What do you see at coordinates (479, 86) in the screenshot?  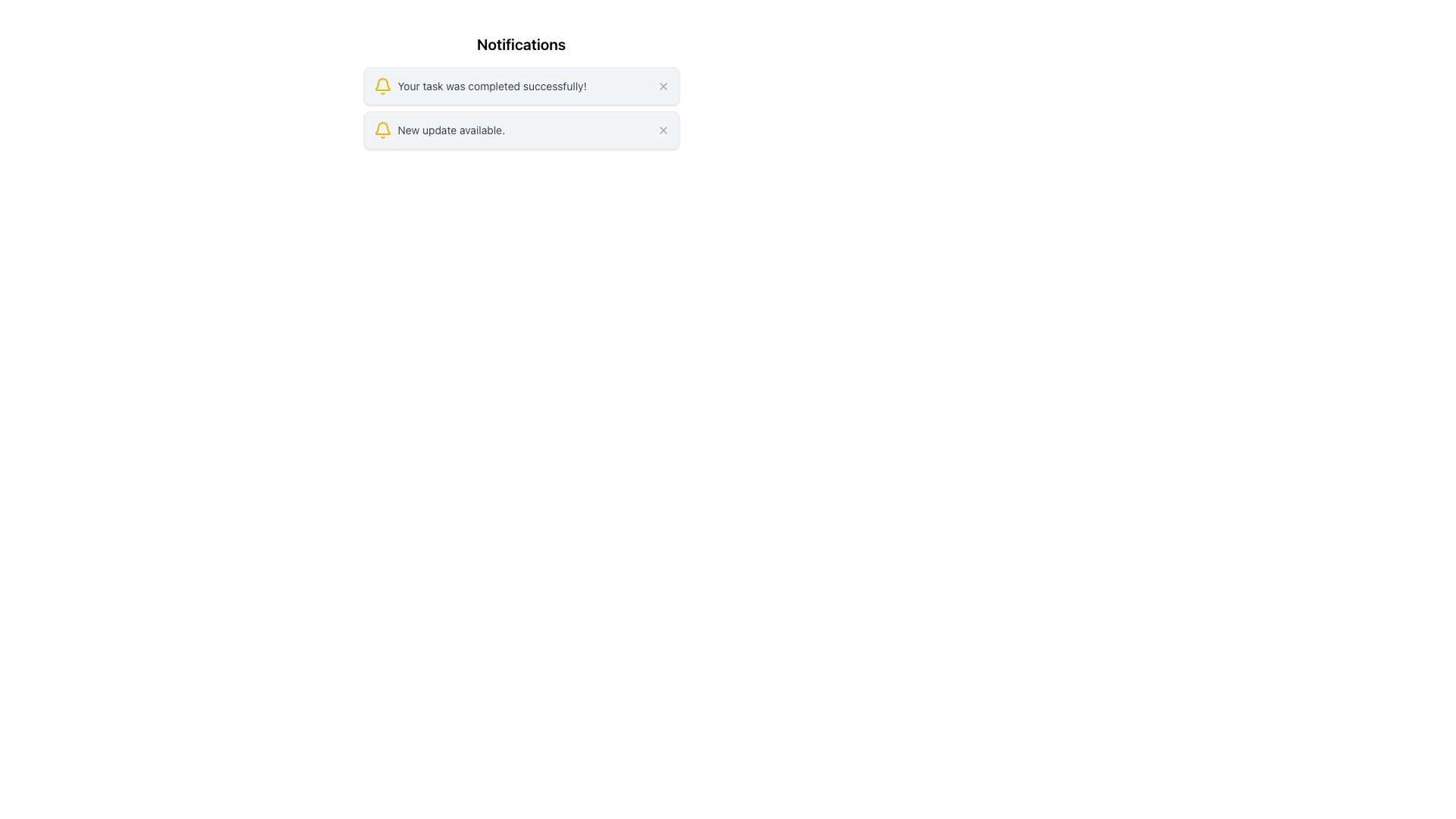 I see `the Notification Text Block that informs the user of task completion, located at the upper section of the application interface` at bounding box center [479, 86].